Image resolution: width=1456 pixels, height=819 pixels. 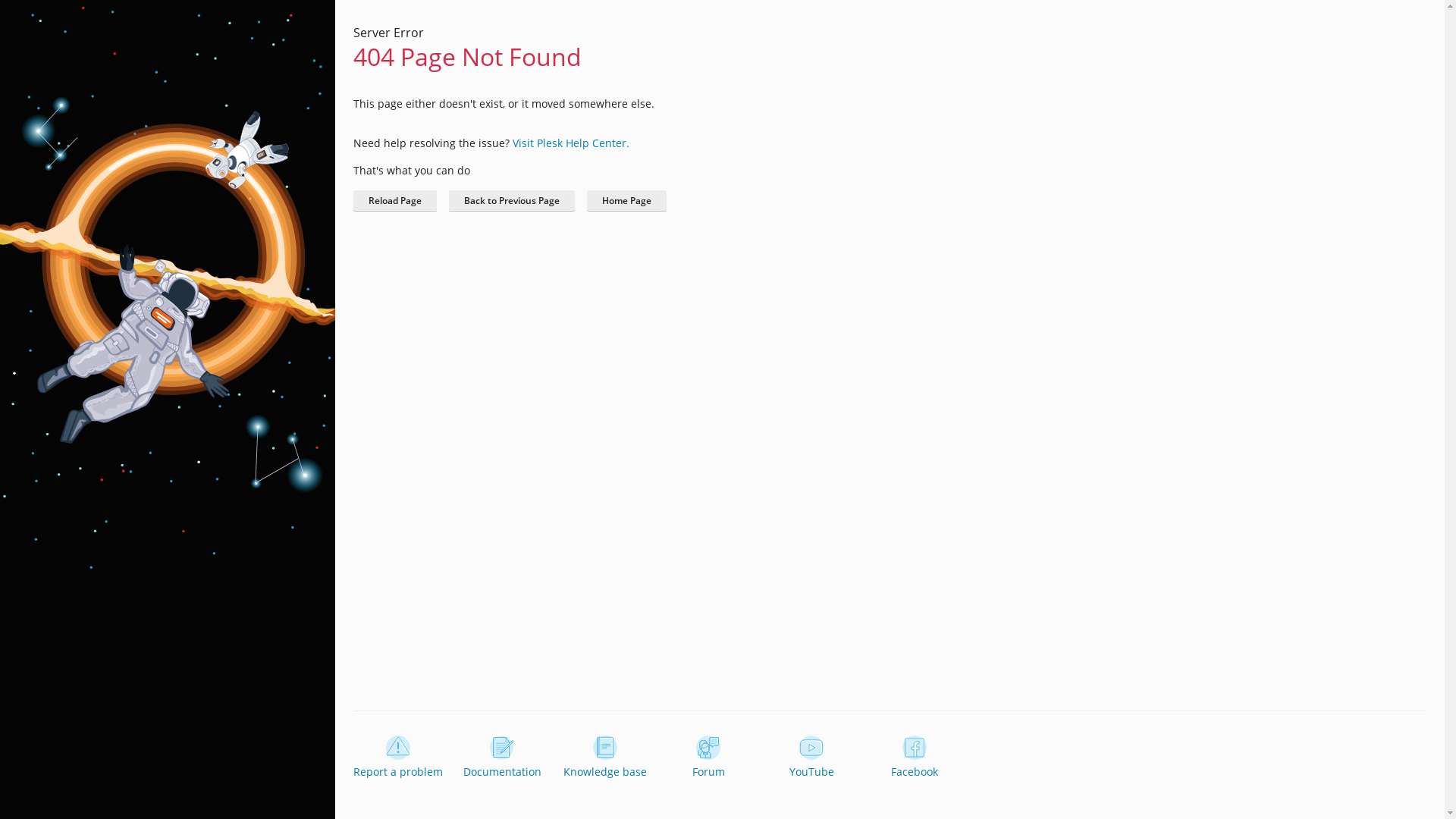 What do you see at coordinates (604, 758) in the screenshot?
I see `'Knowledge base'` at bounding box center [604, 758].